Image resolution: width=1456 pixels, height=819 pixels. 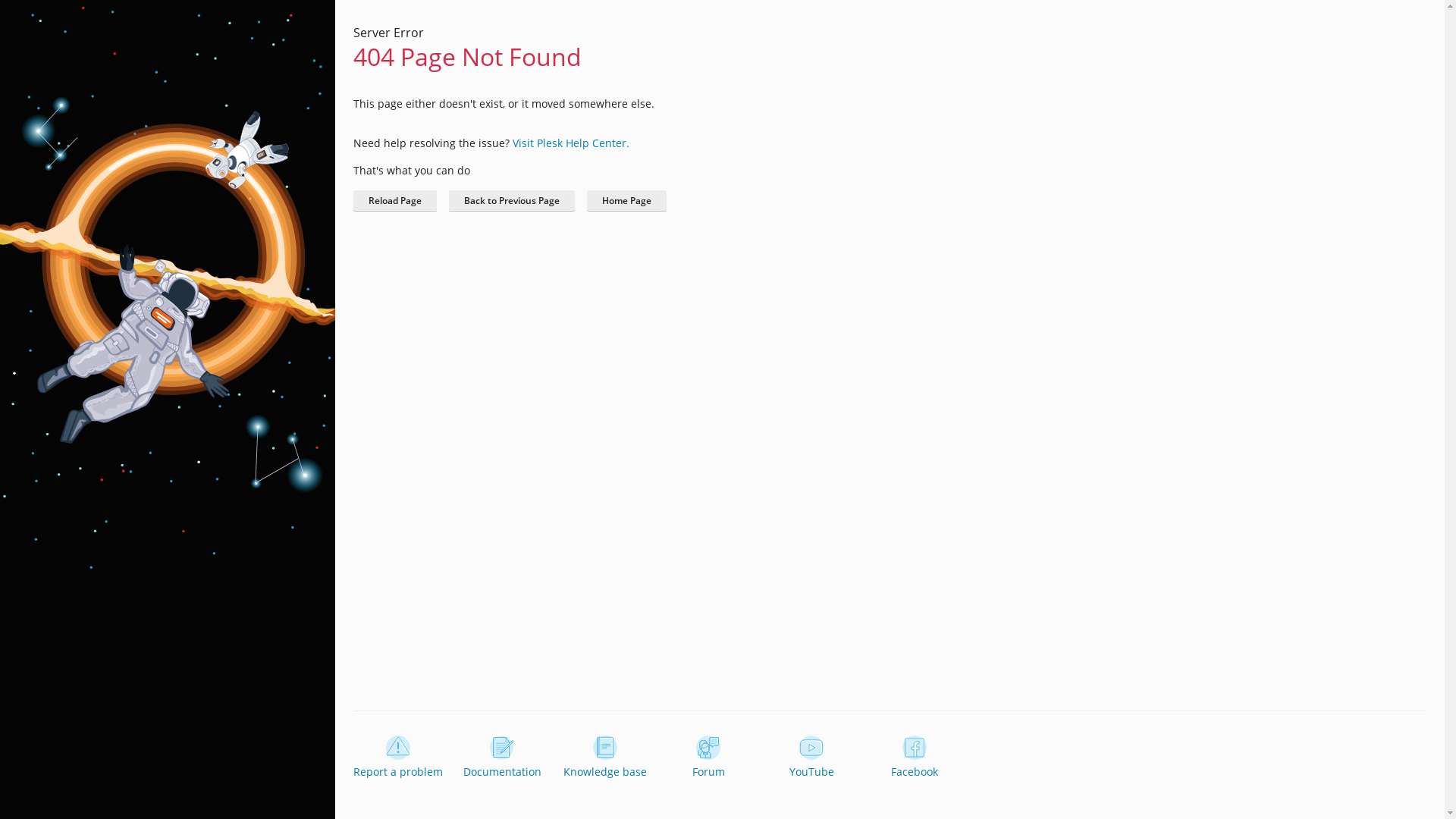 What do you see at coordinates (604, 758) in the screenshot?
I see `'Knowledge base'` at bounding box center [604, 758].